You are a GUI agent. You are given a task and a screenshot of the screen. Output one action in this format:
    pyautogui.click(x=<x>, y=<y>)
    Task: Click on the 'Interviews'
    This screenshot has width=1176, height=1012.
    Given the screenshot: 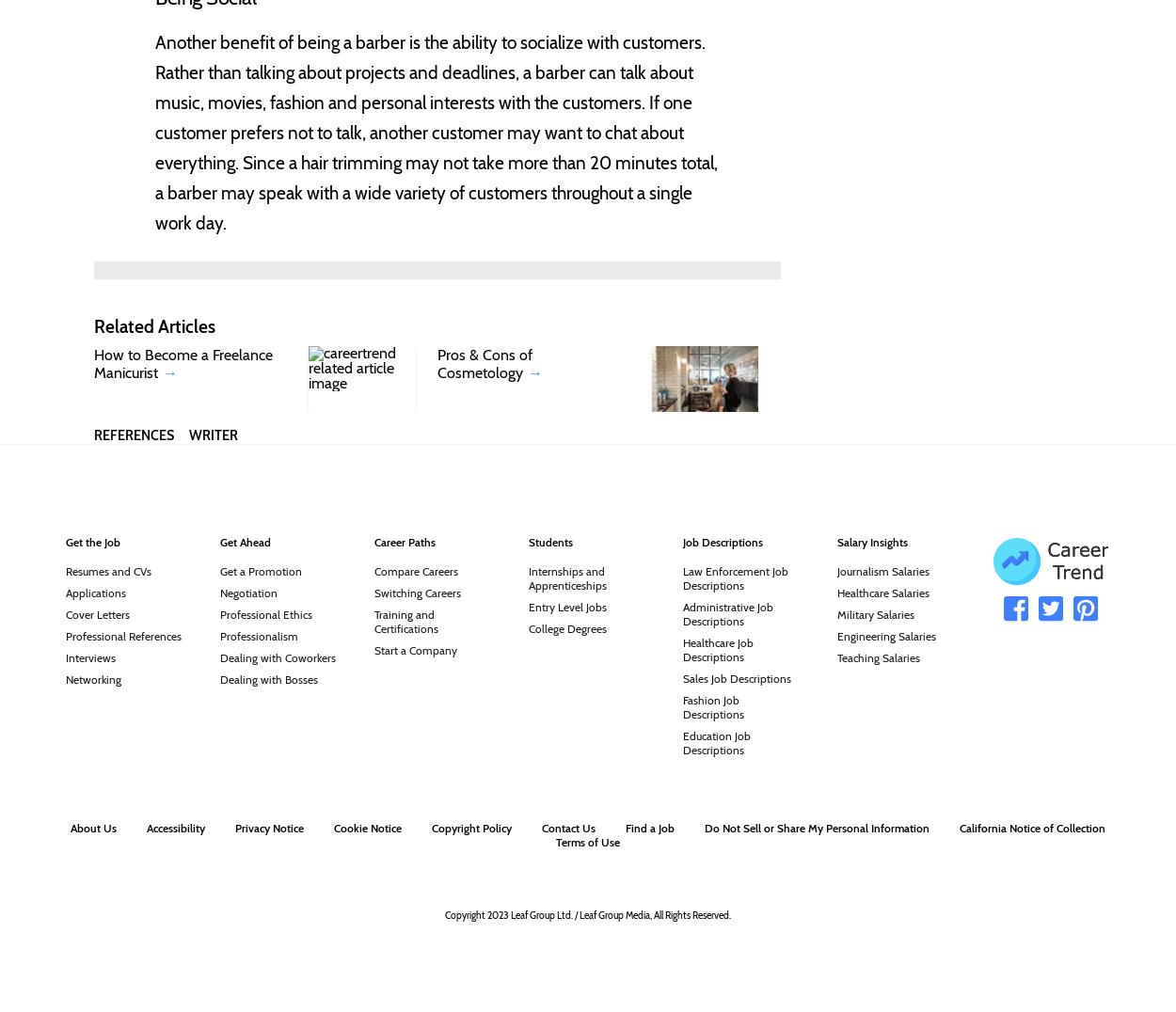 What is the action you would take?
    pyautogui.click(x=88, y=657)
    